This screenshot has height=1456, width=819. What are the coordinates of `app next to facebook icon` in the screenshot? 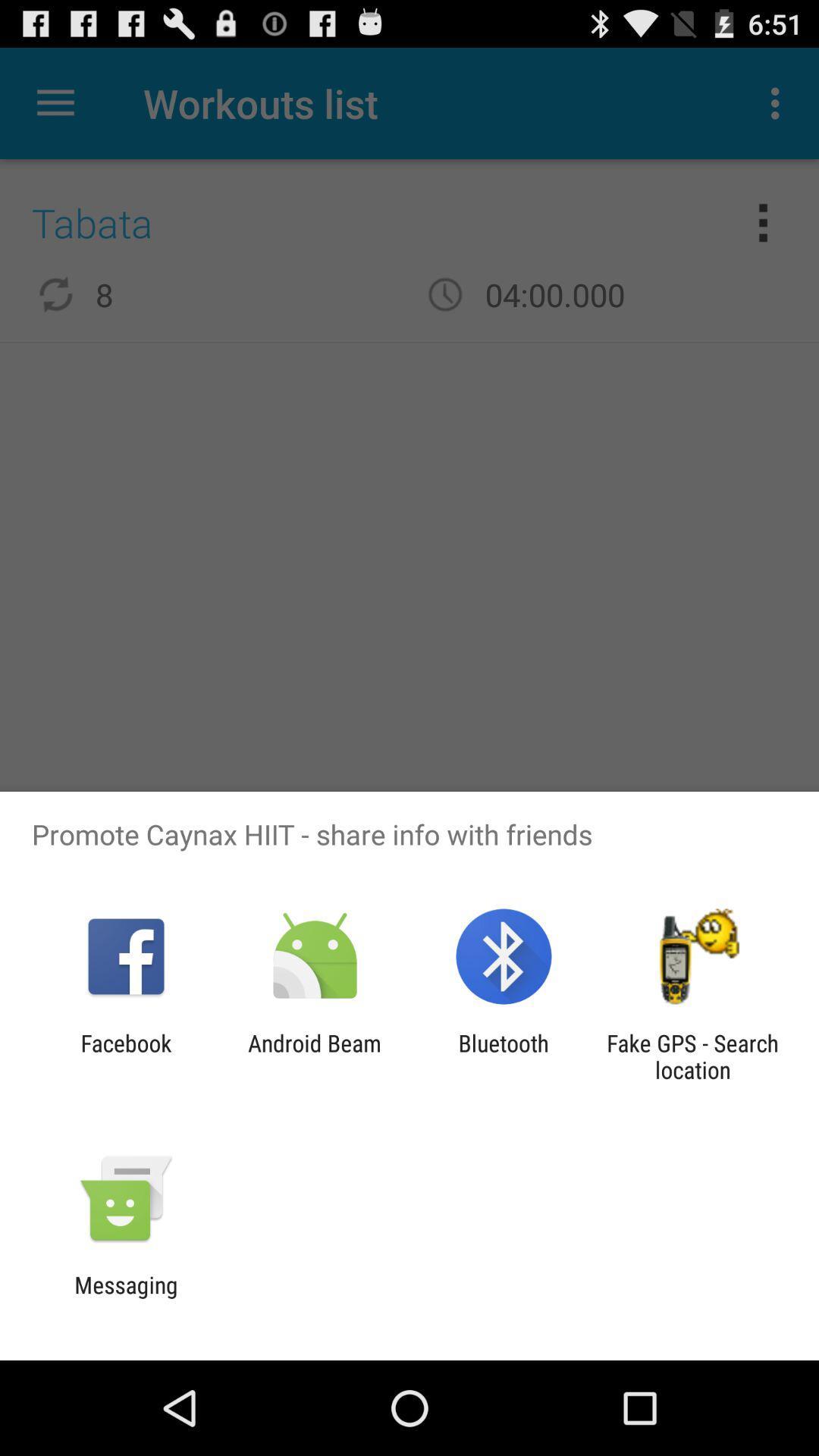 It's located at (314, 1056).